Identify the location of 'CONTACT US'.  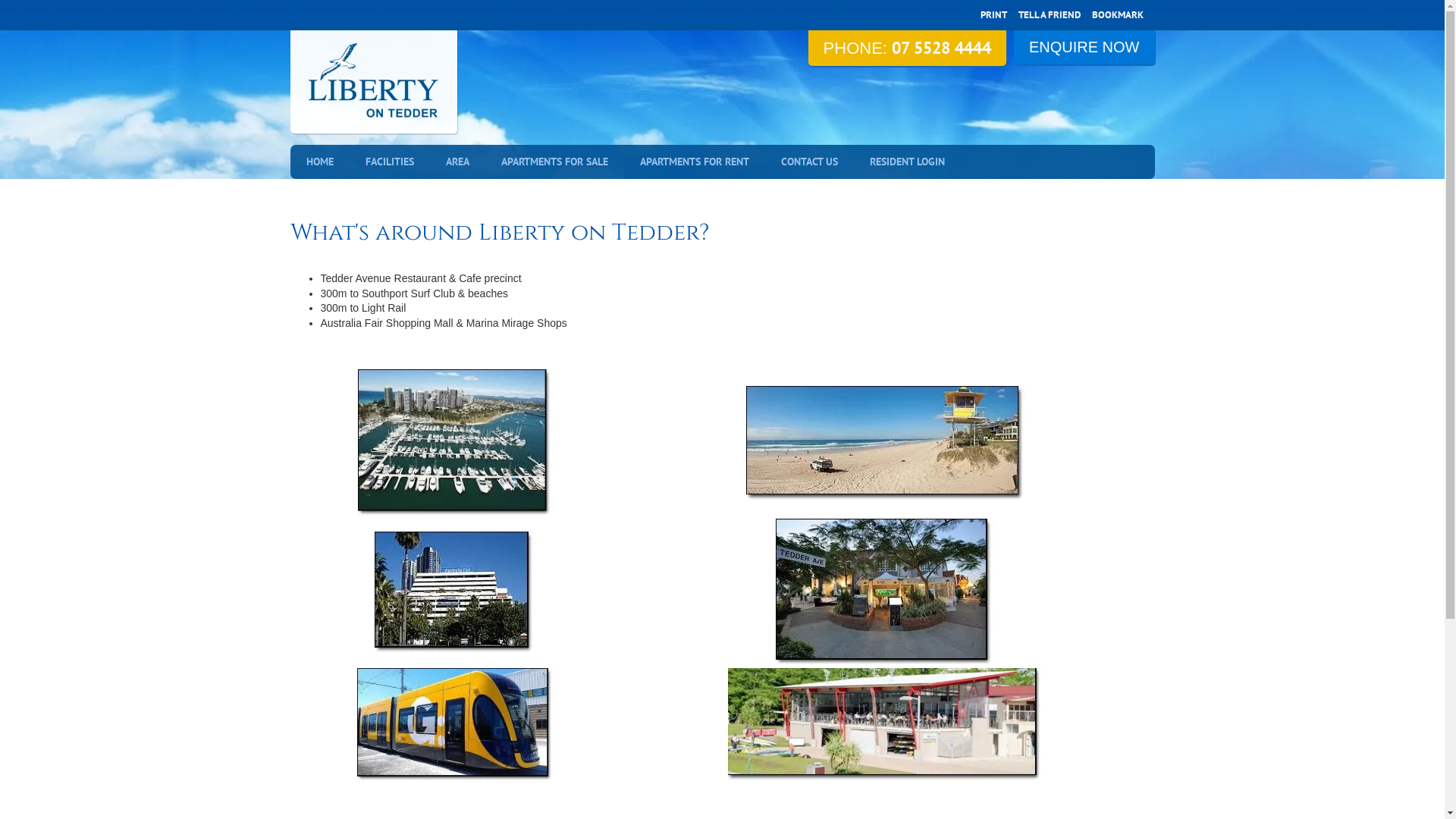
(808, 162).